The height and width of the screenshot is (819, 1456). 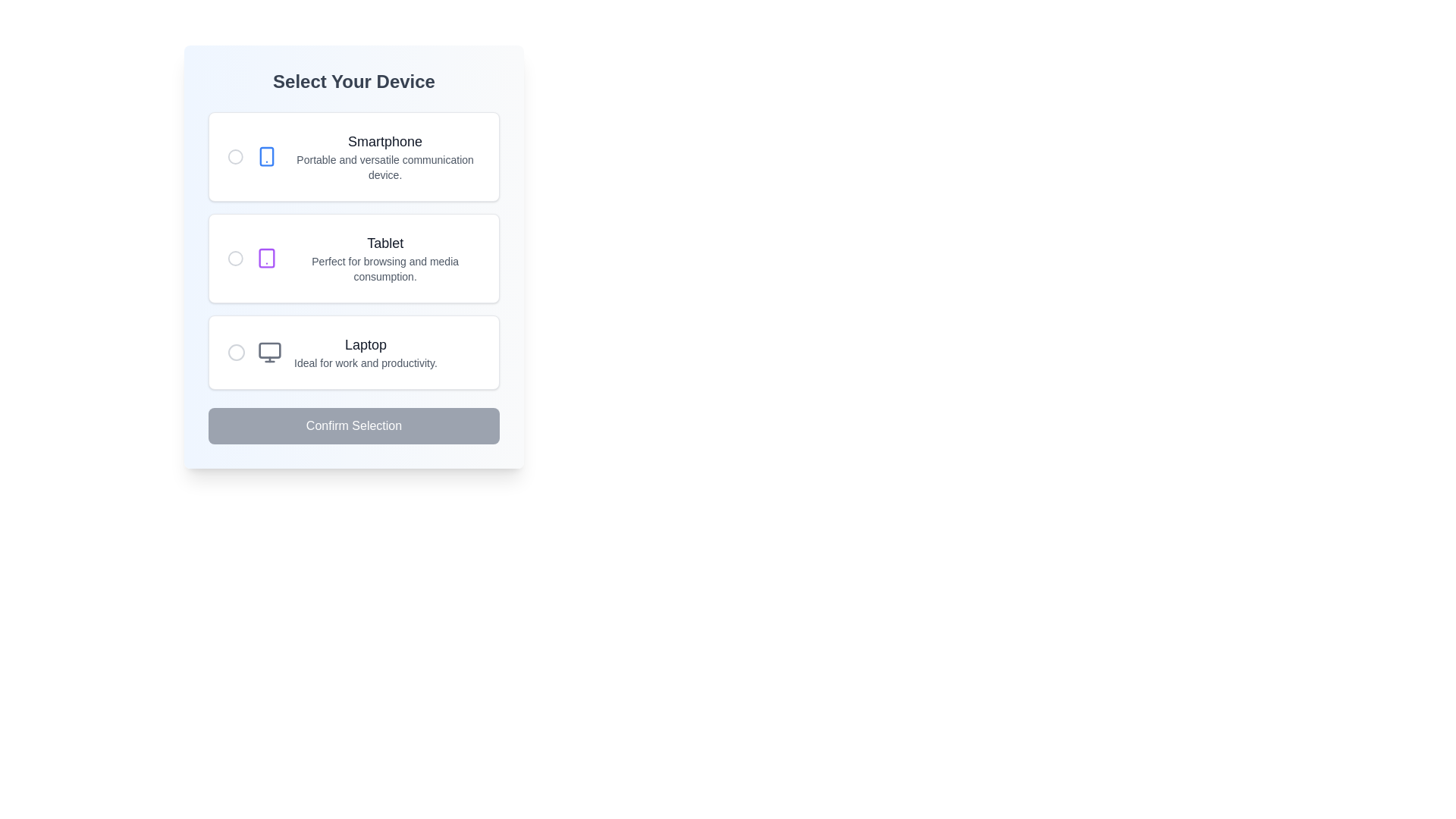 What do you see at coordinates (385, 268) in the screenshot?
I see `the text label that reads 'Perfect for browsing and media consumption.' which is located beneath the title 'Tablet' in the middle selection group of the interface` at bounding box center [385, 268].